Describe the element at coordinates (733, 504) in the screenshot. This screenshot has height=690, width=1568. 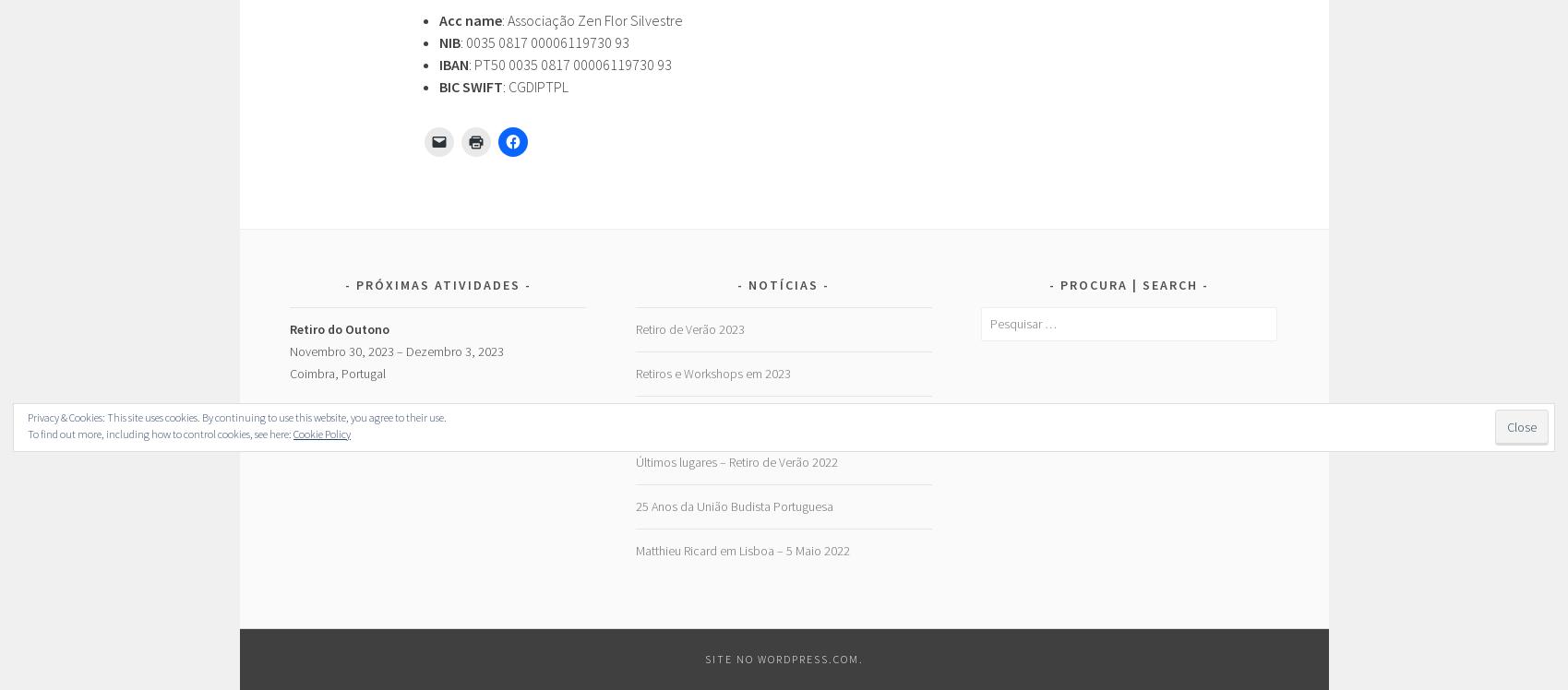
I see `'25 Anos da União Budista Portuguesa'` at that location.